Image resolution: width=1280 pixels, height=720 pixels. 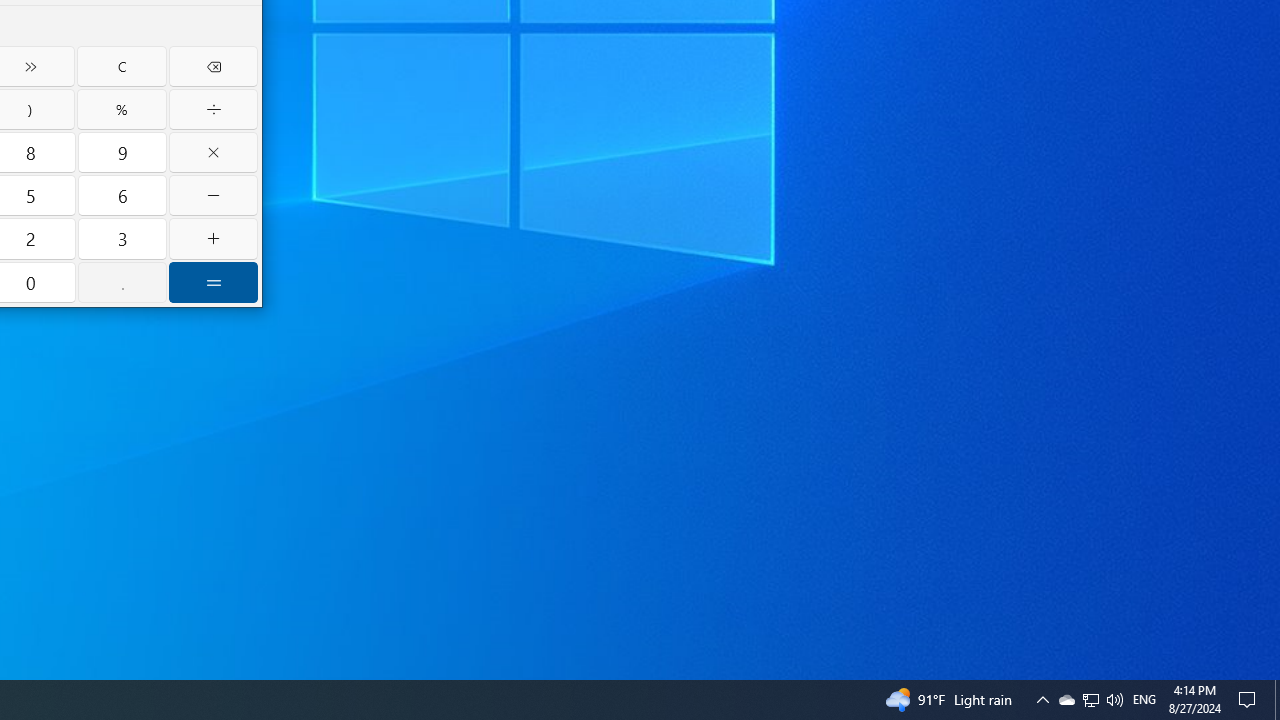 I want to click on 'Three', so click(x=121, y=238).